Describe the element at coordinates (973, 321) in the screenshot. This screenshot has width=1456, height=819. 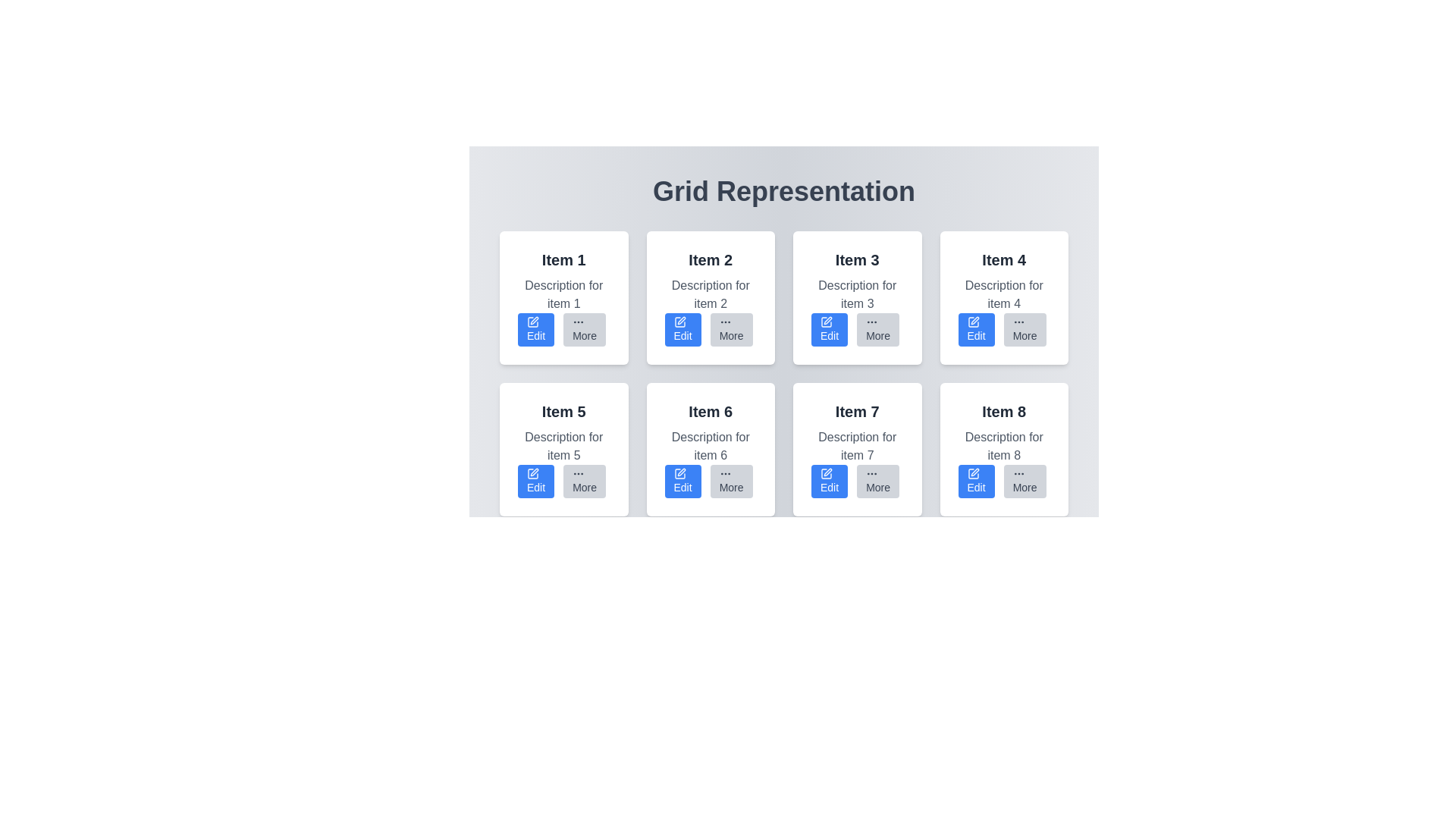
I see `the pen icon inside the 'Edit' button of the card titled 'Item 4' located in the top-right quadrant of the grid layout` at that location.